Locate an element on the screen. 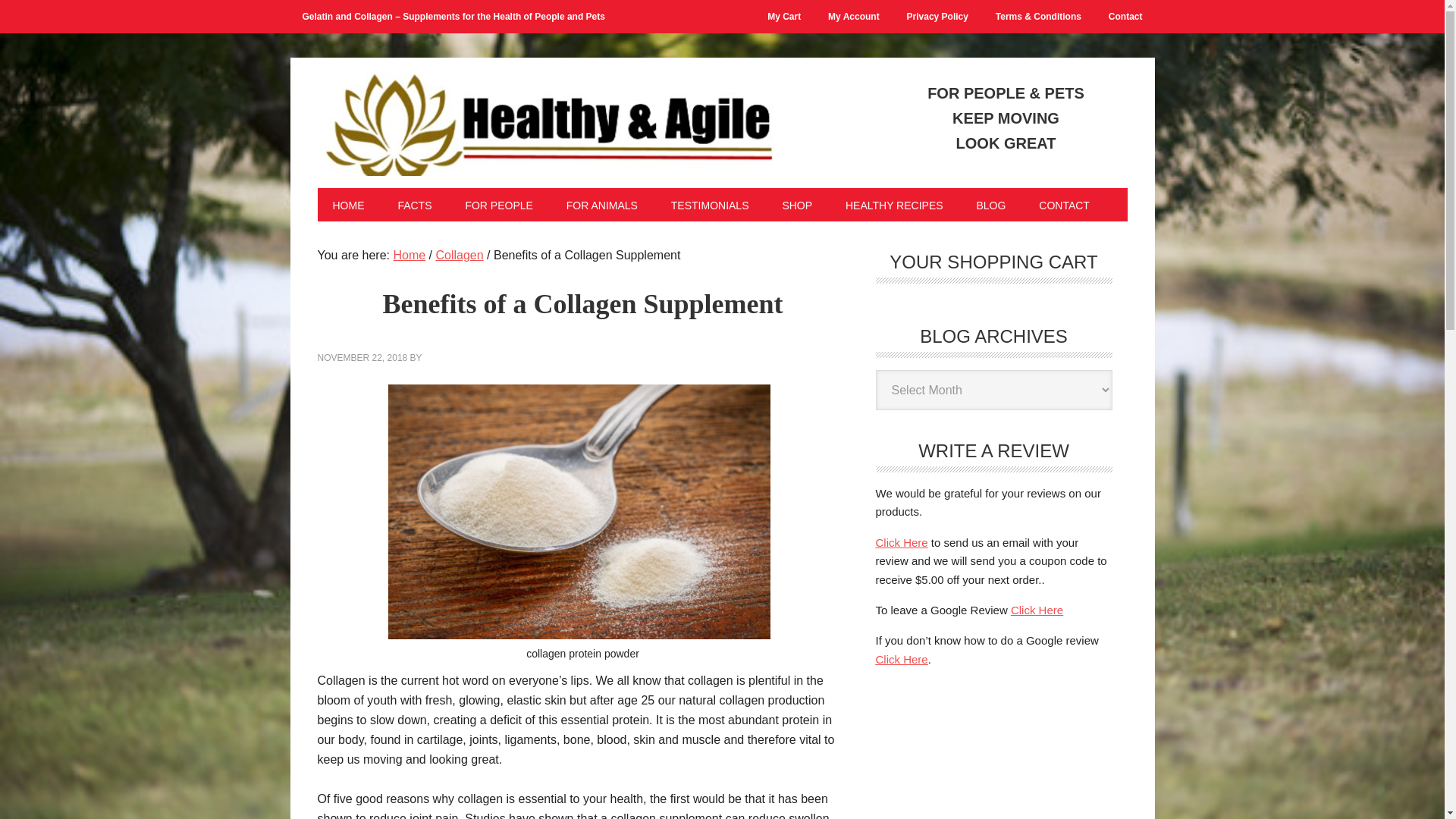  'My Account' is located at coordinates (854, 17).